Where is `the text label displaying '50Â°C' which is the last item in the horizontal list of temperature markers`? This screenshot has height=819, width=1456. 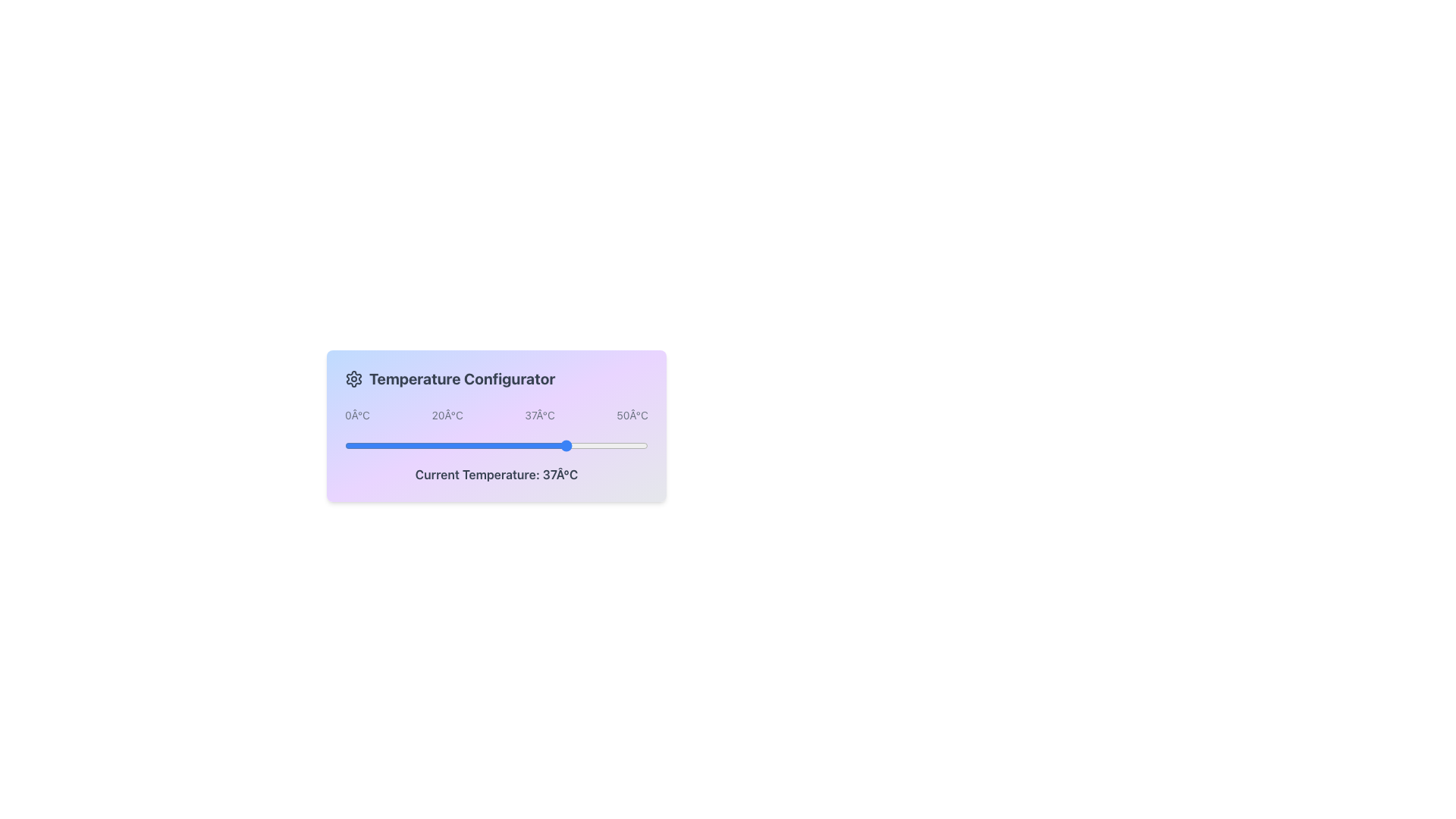 the text label displaying '50Â°C' which is the last item in the horizontal list of temperature markers is located at coordinates (632, 415).